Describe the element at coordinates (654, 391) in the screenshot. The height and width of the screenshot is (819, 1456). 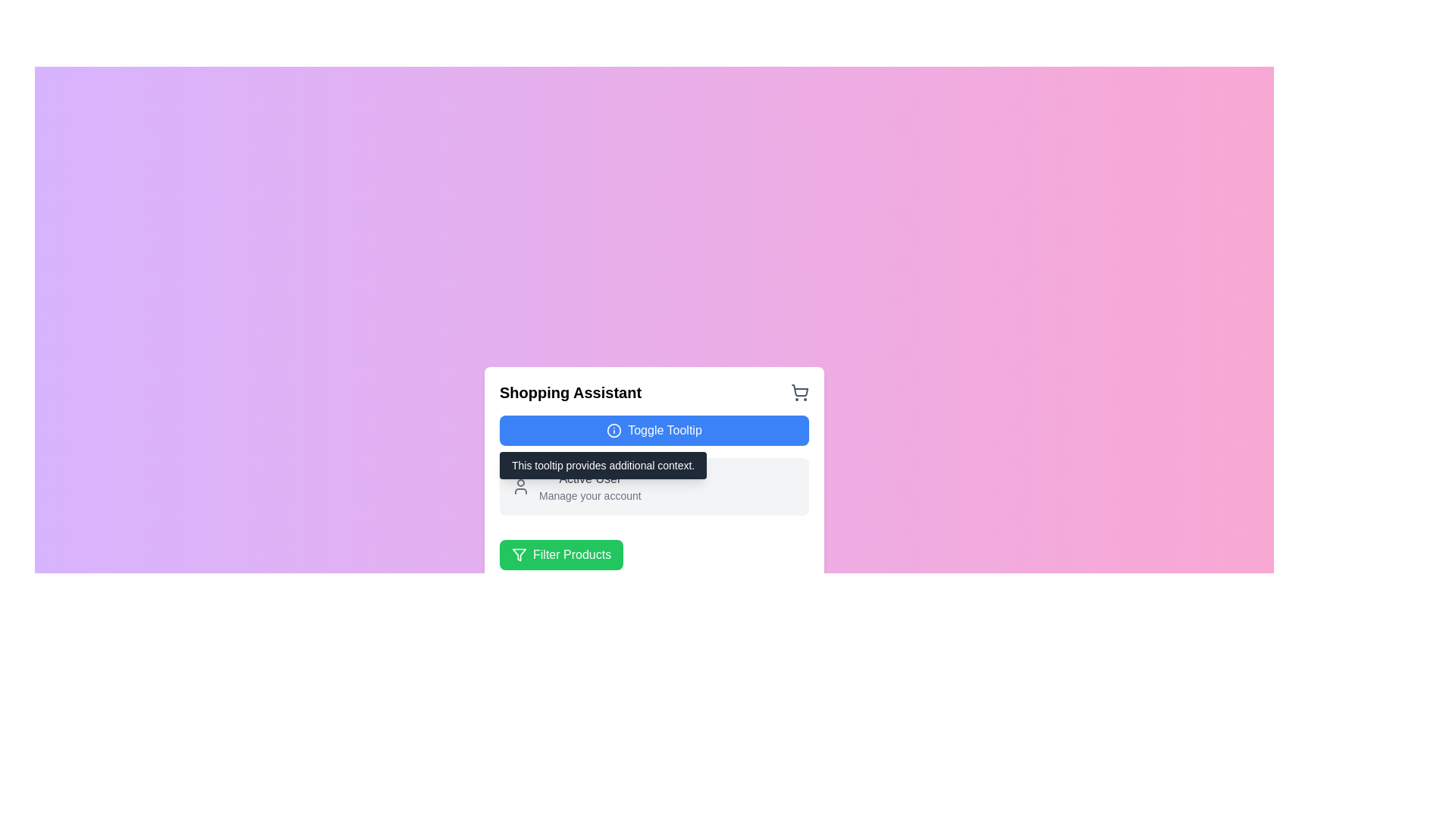
I see `the header element with an accompanying icon at the top of the card to enhance accessibility` at that location.